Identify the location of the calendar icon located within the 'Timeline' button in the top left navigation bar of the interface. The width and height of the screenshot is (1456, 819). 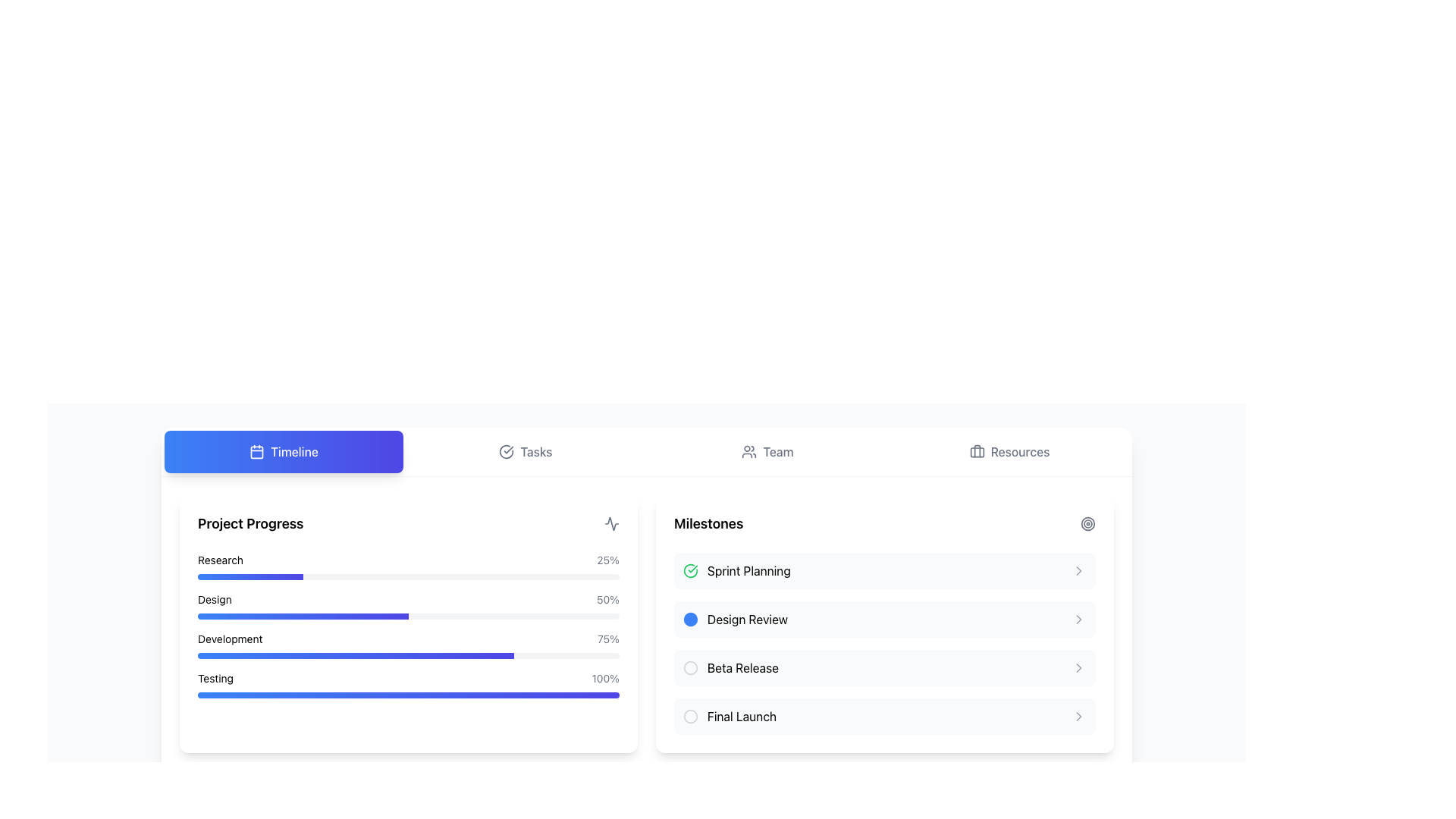
(257, 451).